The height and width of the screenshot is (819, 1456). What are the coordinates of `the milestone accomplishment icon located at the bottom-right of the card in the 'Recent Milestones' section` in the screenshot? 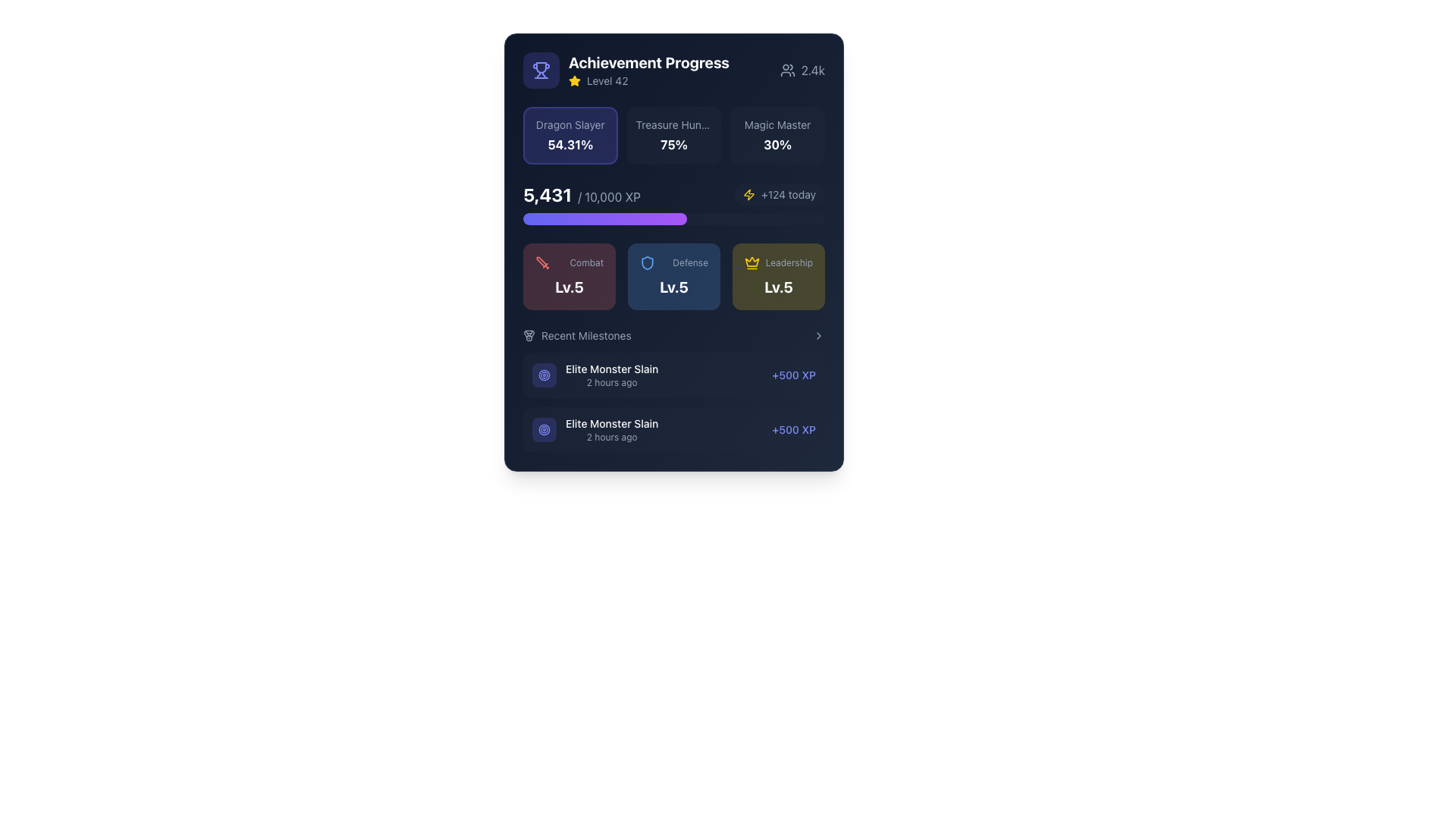 It's located at (544, 430).